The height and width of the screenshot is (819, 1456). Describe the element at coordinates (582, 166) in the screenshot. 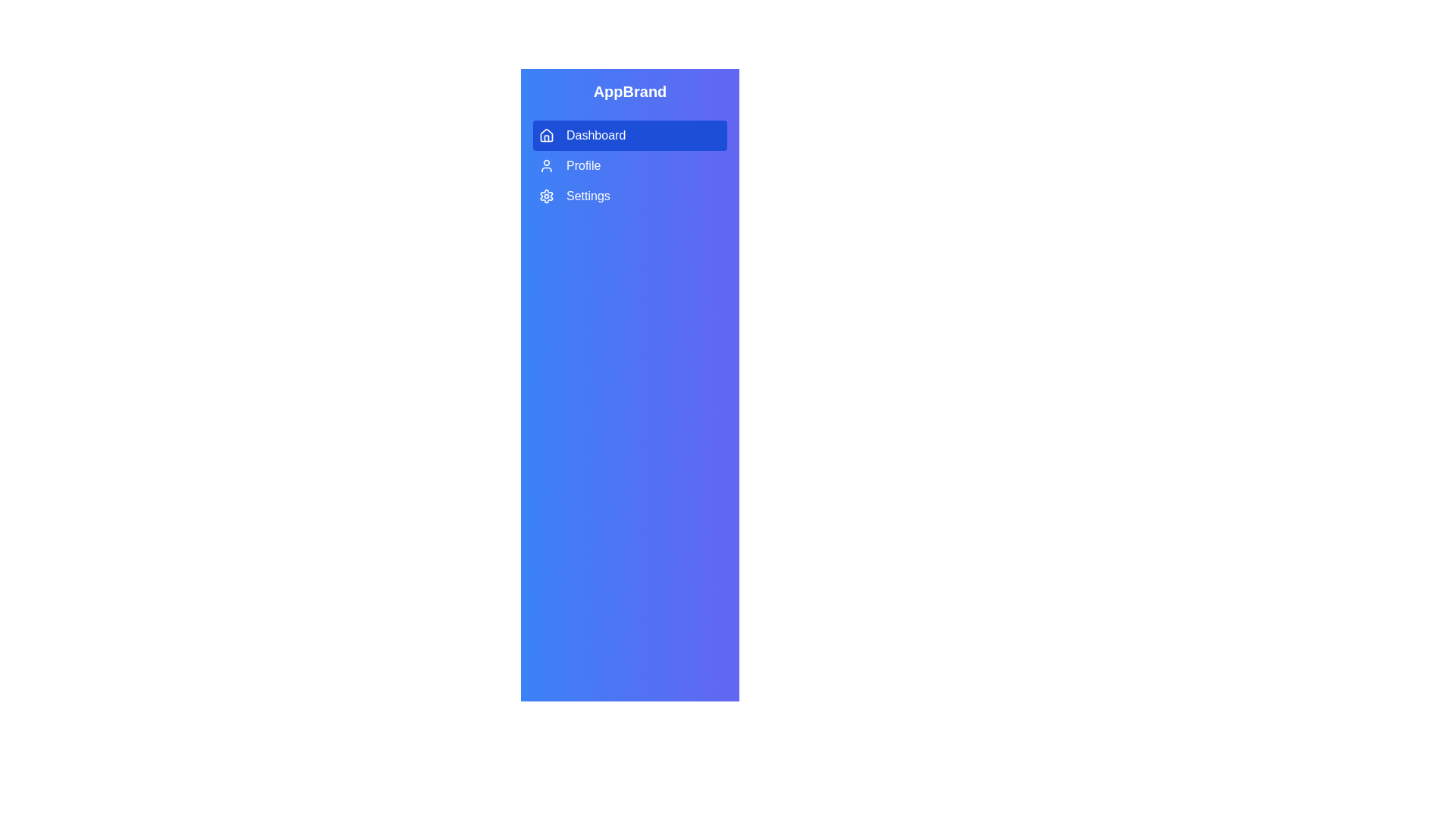

I see `the second item in the vertical navigation menu, which is a Text label adjacent to a user figure icon` at that location.